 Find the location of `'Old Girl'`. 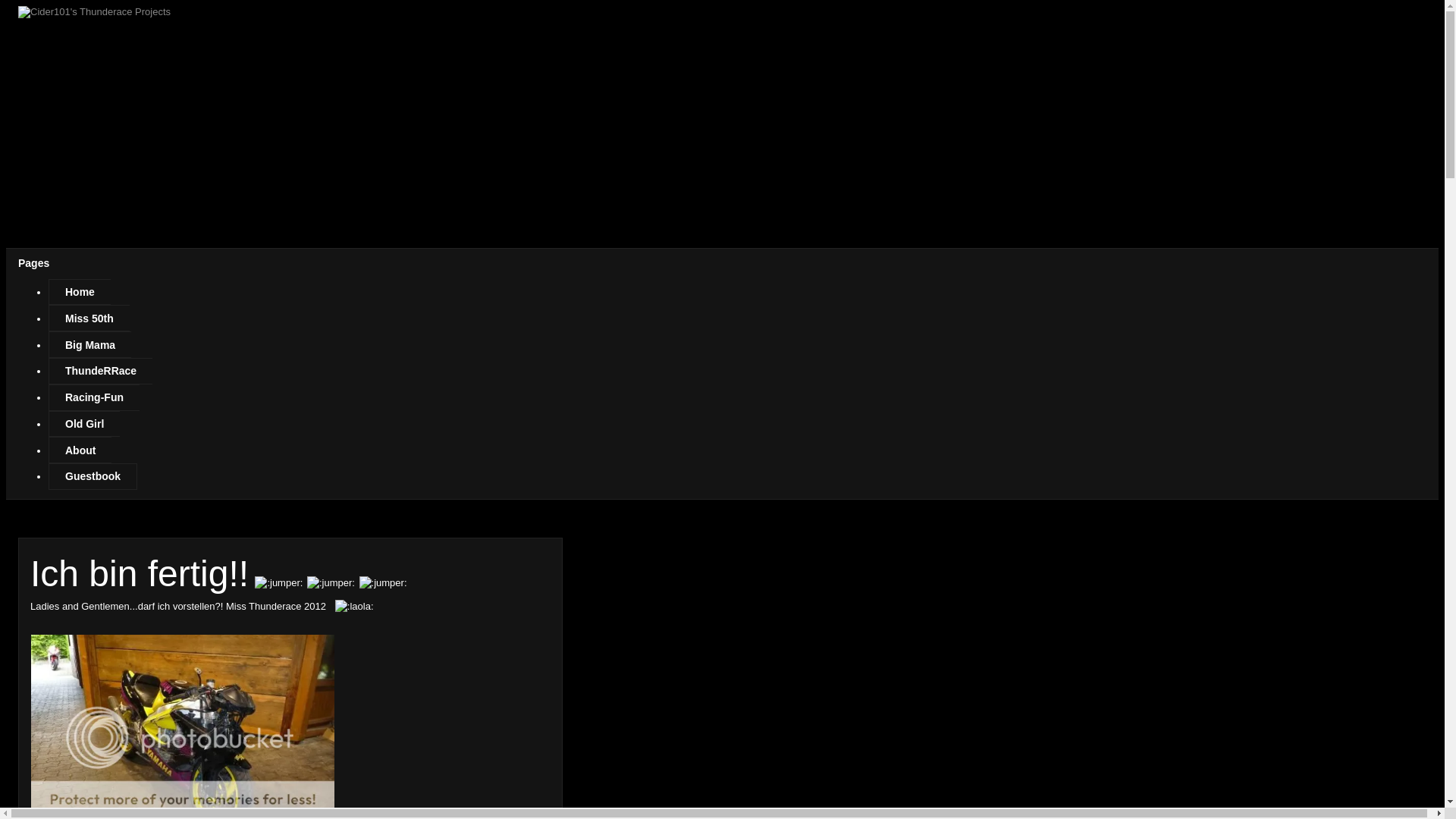

'Old Girl' is located at coordinates (83, 424).